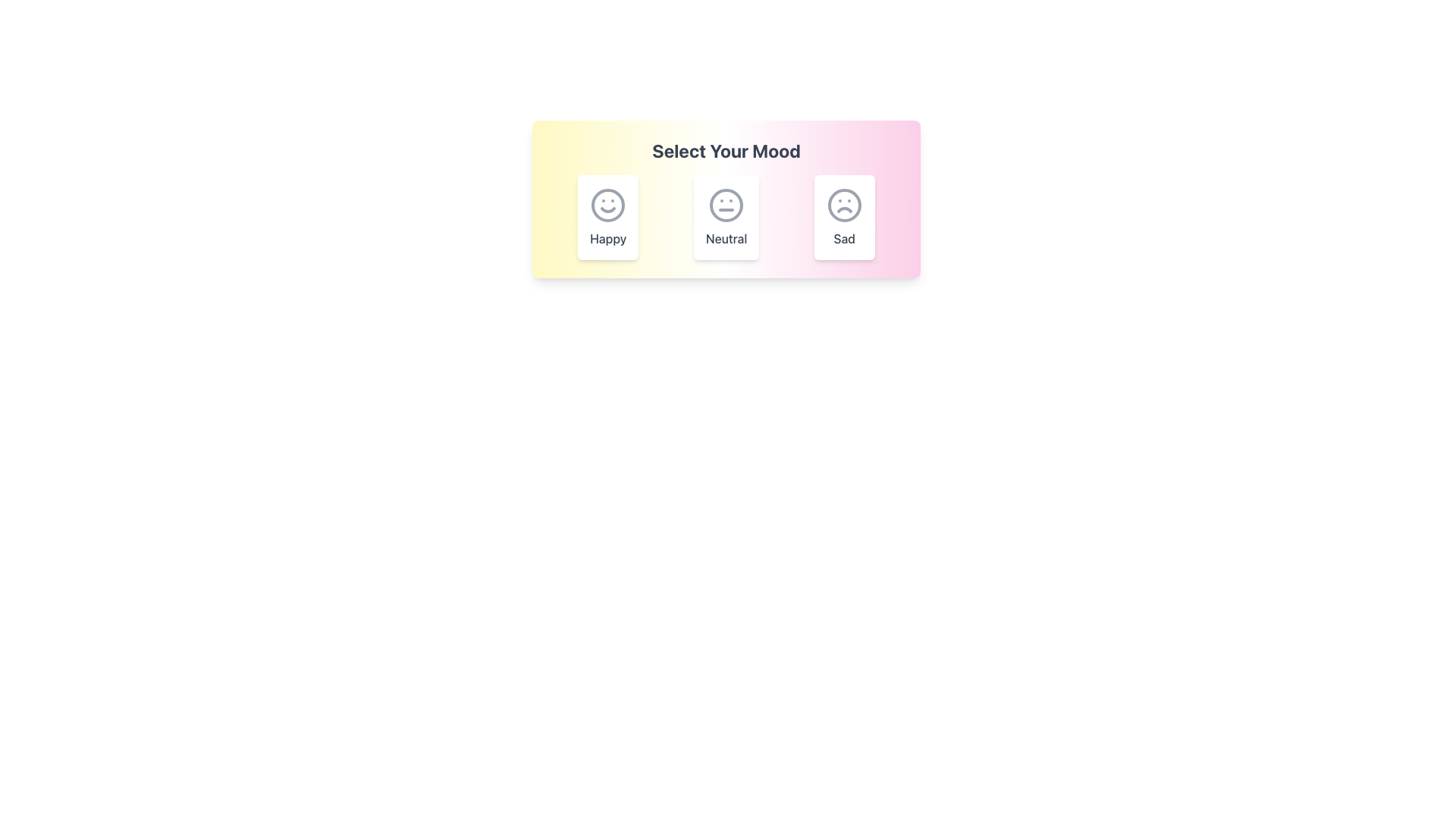 Image resolution: width=1456 pixels, height=819 pixels. I want to click on the gray frowning face icon located in the third mood selection card labeled 'Sad' on the far right of the interface, so click(843, 205).